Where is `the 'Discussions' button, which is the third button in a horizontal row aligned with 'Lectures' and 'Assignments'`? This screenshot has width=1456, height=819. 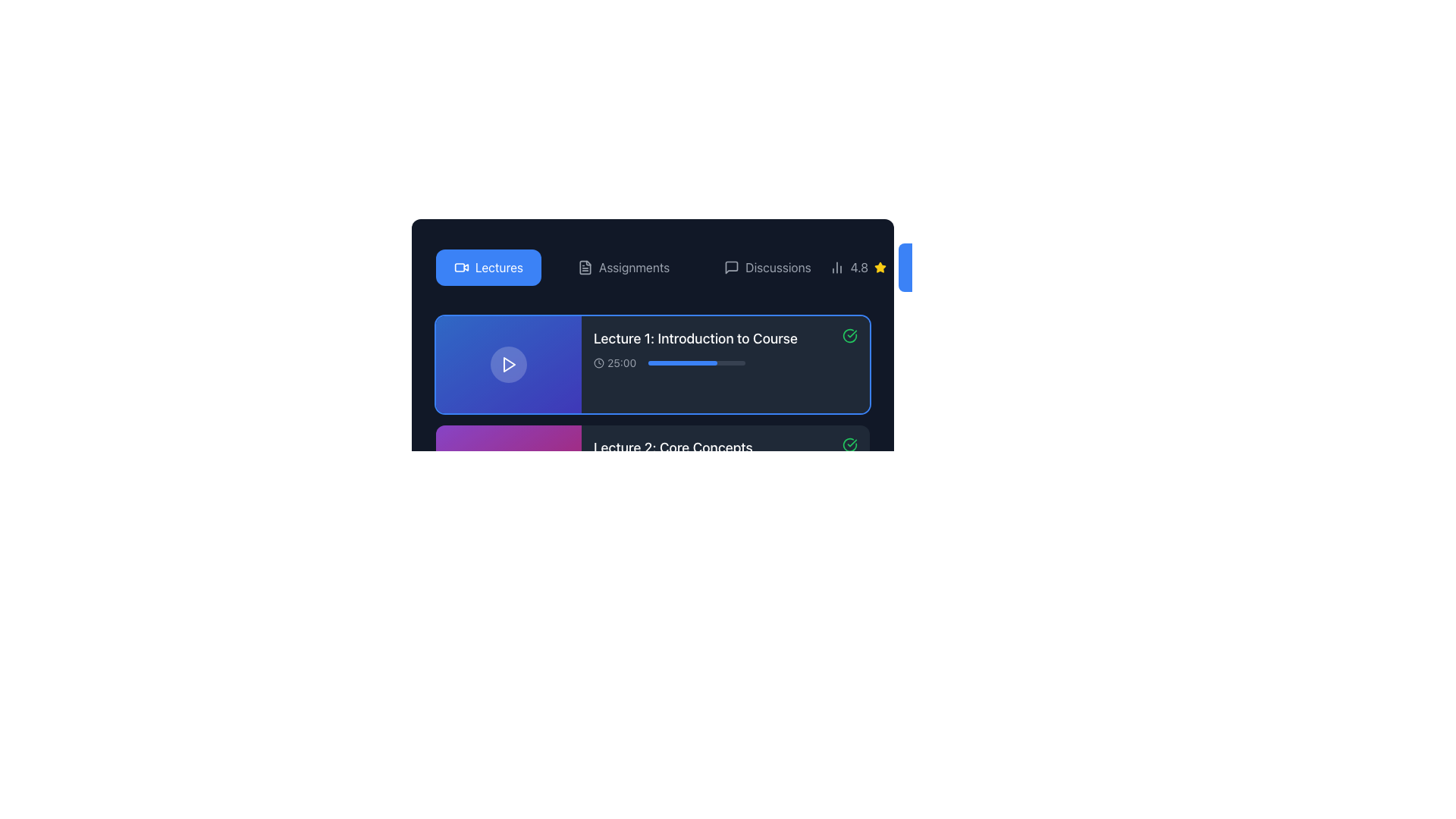
the 'Discussions' button, which is the third button in a horizontal row aligned with 'Lectures' and 'Assignments' is located at coordinates (767, 267).